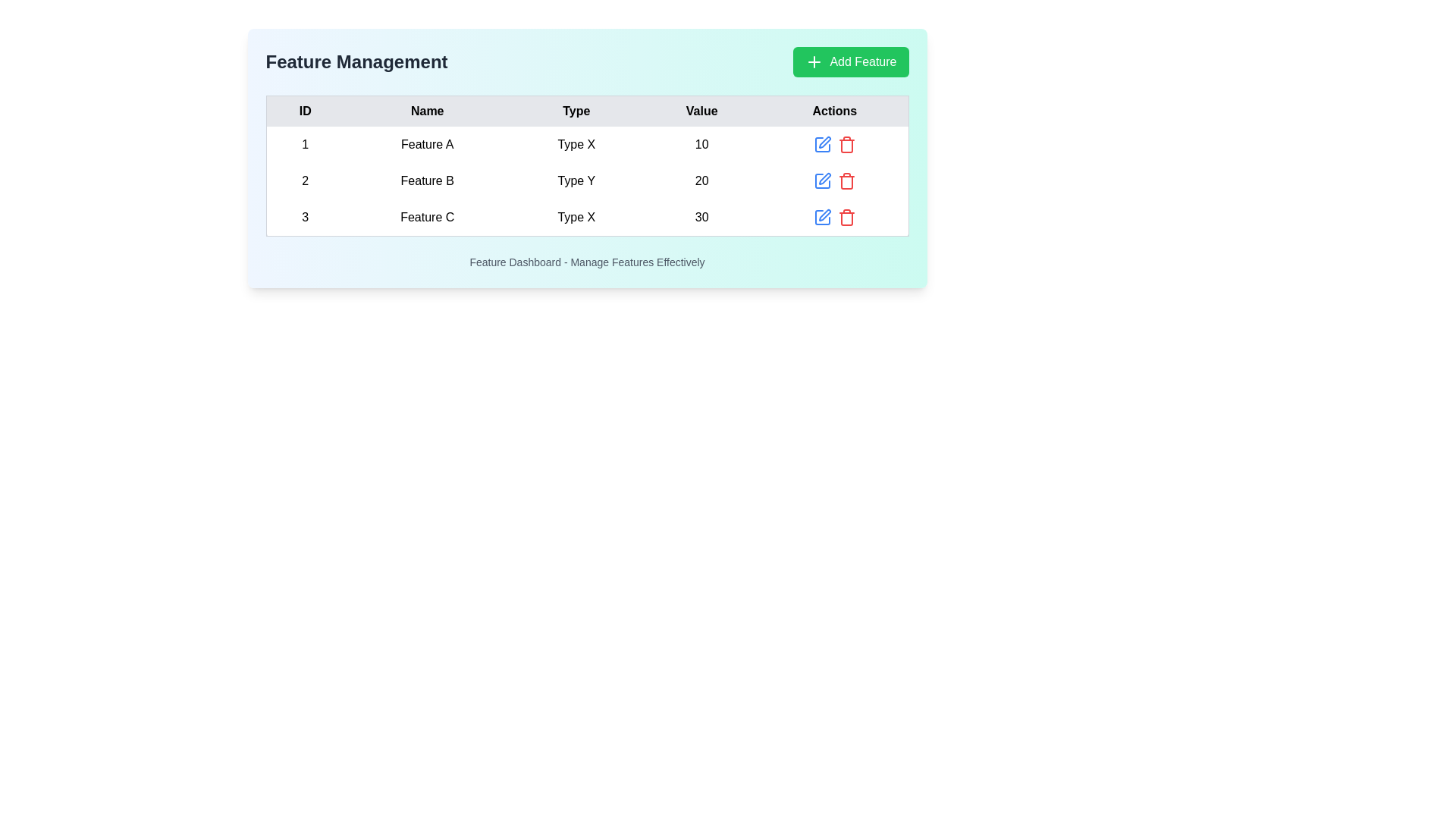 The height and width of the screenshot is (819, 1456). Describe the element at coordinates (821, 180) in the screenshot. I see `the Edit button/icon, which resembles a blue pen or pencil located in the second row of the table under the 'Actions' column` at that location.